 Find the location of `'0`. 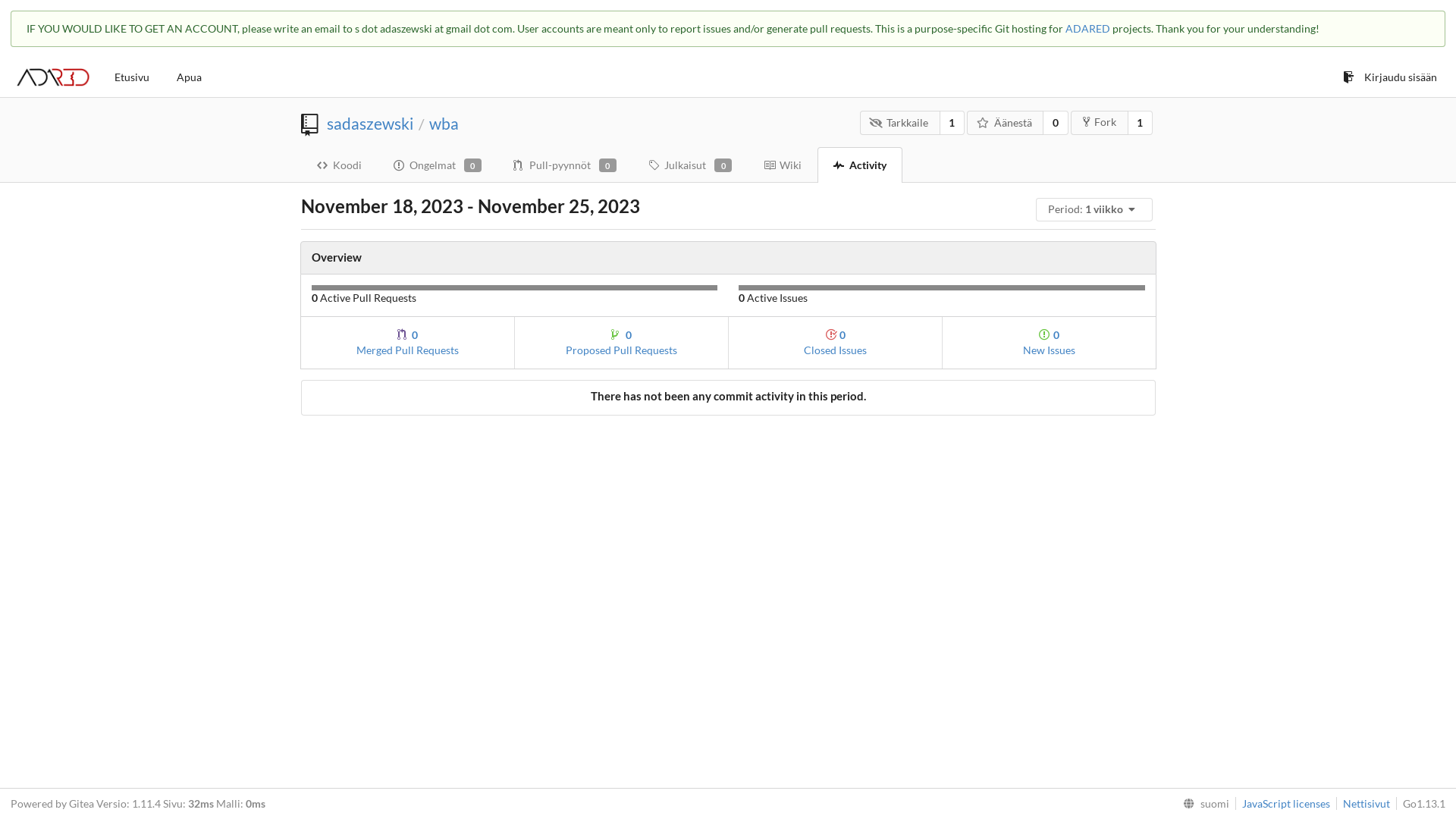

'0 is located at coordinates (1047, 342).